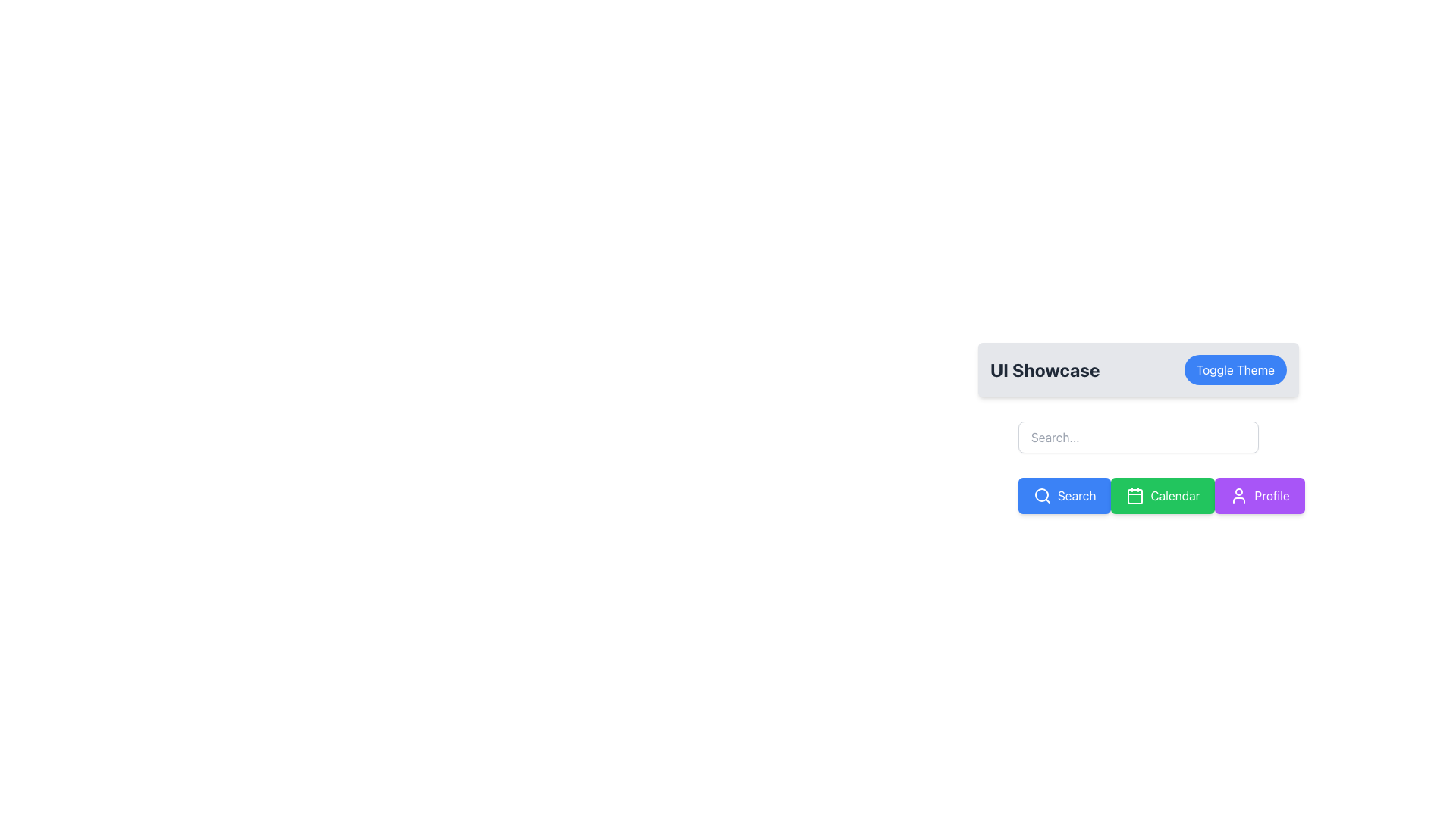  I want to click on the calendar icon, which is part of the second button in a row of three buttons at the bottom of the interface, to interact with it, so click(1135, 496).